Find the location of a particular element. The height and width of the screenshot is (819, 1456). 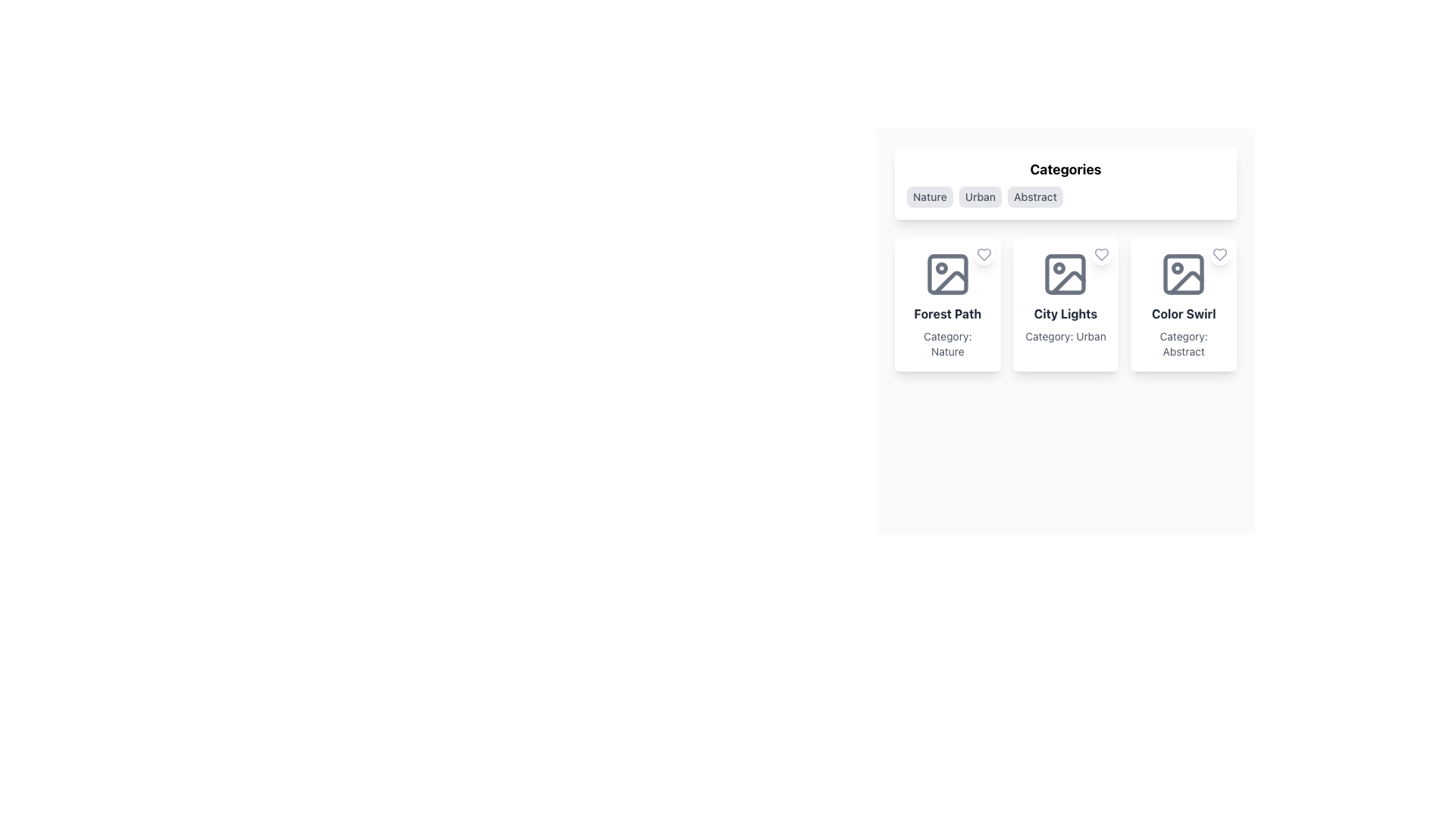

the heart icon located at the top-right corner of the 'Color Swirl' card is located at coordinates (1219, 253).